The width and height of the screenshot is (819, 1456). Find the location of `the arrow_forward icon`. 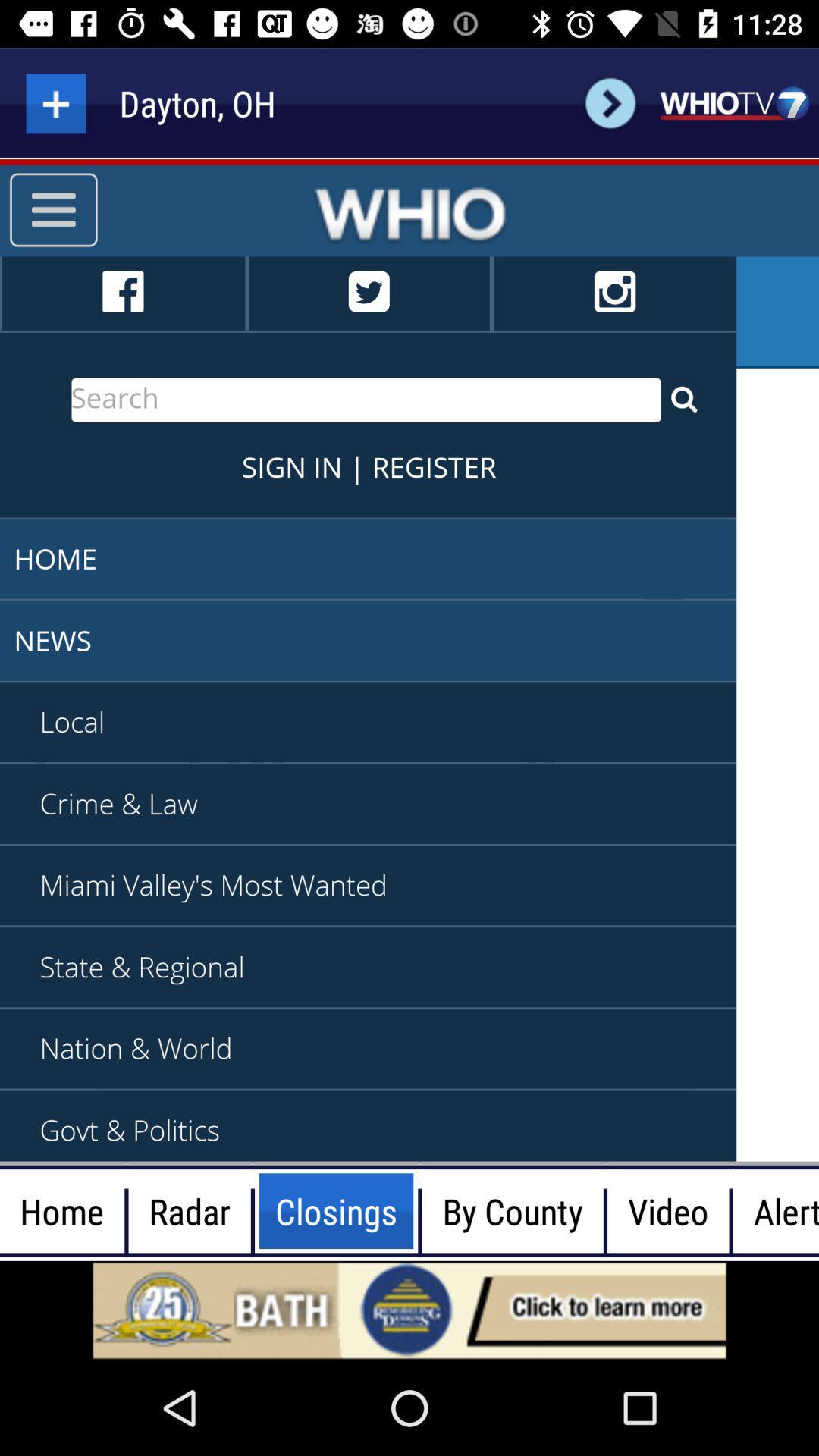

the arrow_forward icon is located at coordinates (610, 102).